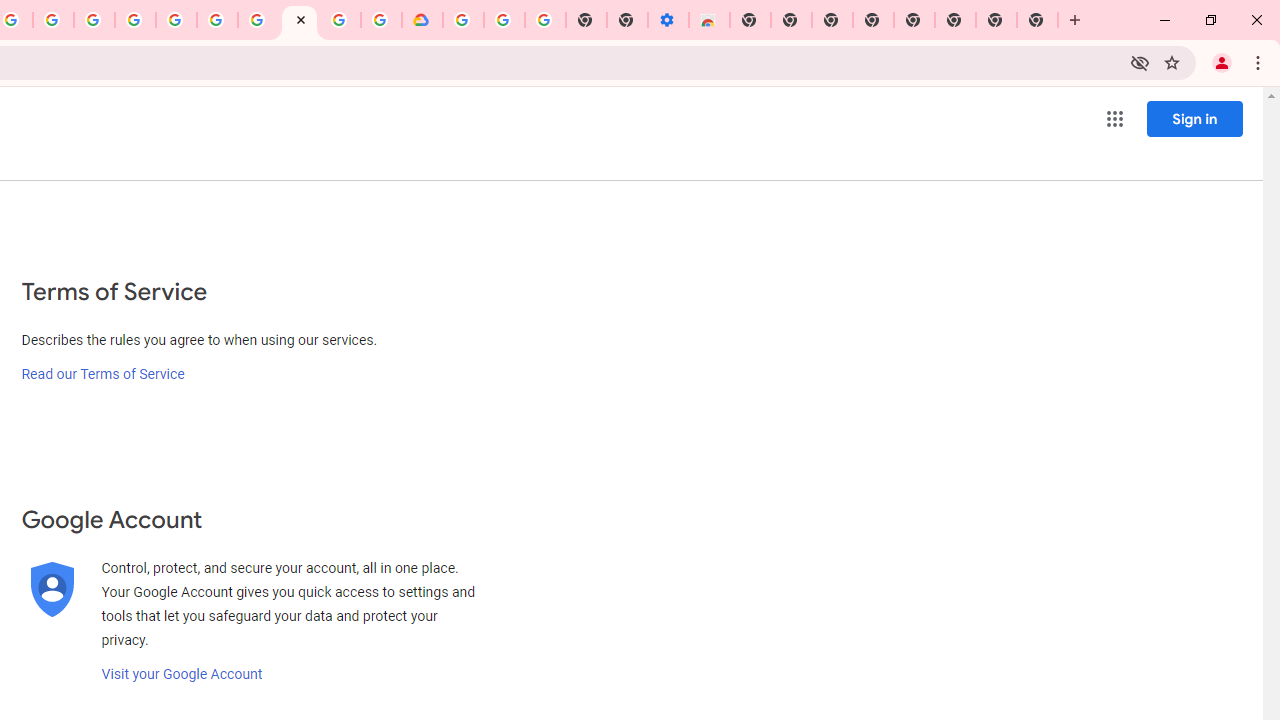 The width and height of the screenshot is (1280, 720). I want to click on 'Chrome Web Store - Accessibility extensions', so click(709, 20).